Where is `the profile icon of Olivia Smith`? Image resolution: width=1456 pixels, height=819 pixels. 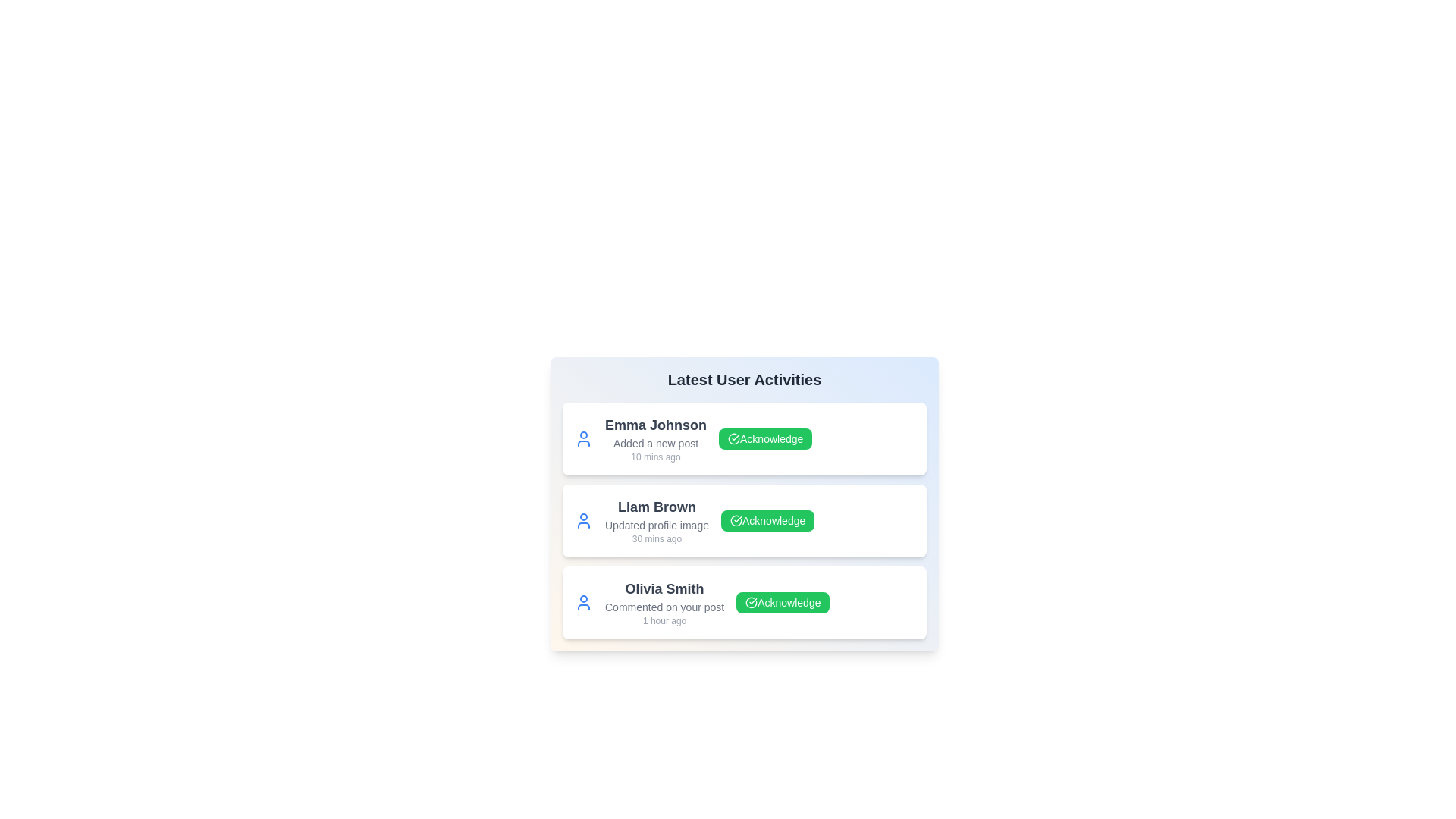
the profile icon of Olivia Smith is located at coordinates (582, 601).